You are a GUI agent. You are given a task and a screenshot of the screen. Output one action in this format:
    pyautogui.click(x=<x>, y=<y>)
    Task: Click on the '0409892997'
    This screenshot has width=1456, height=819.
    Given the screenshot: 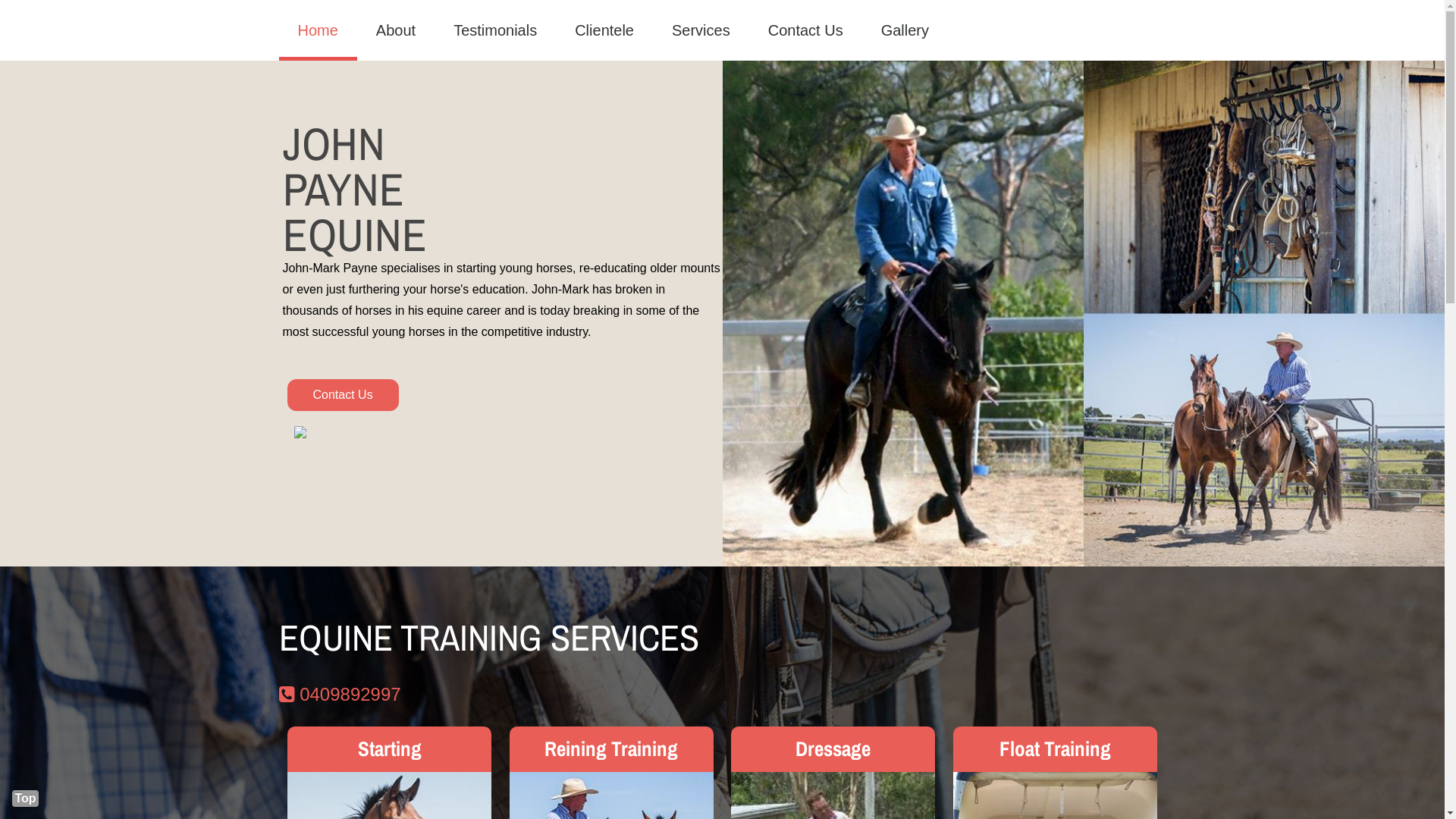 What is the action you would take?
    pyautogui.click(x=339, y=694)
    